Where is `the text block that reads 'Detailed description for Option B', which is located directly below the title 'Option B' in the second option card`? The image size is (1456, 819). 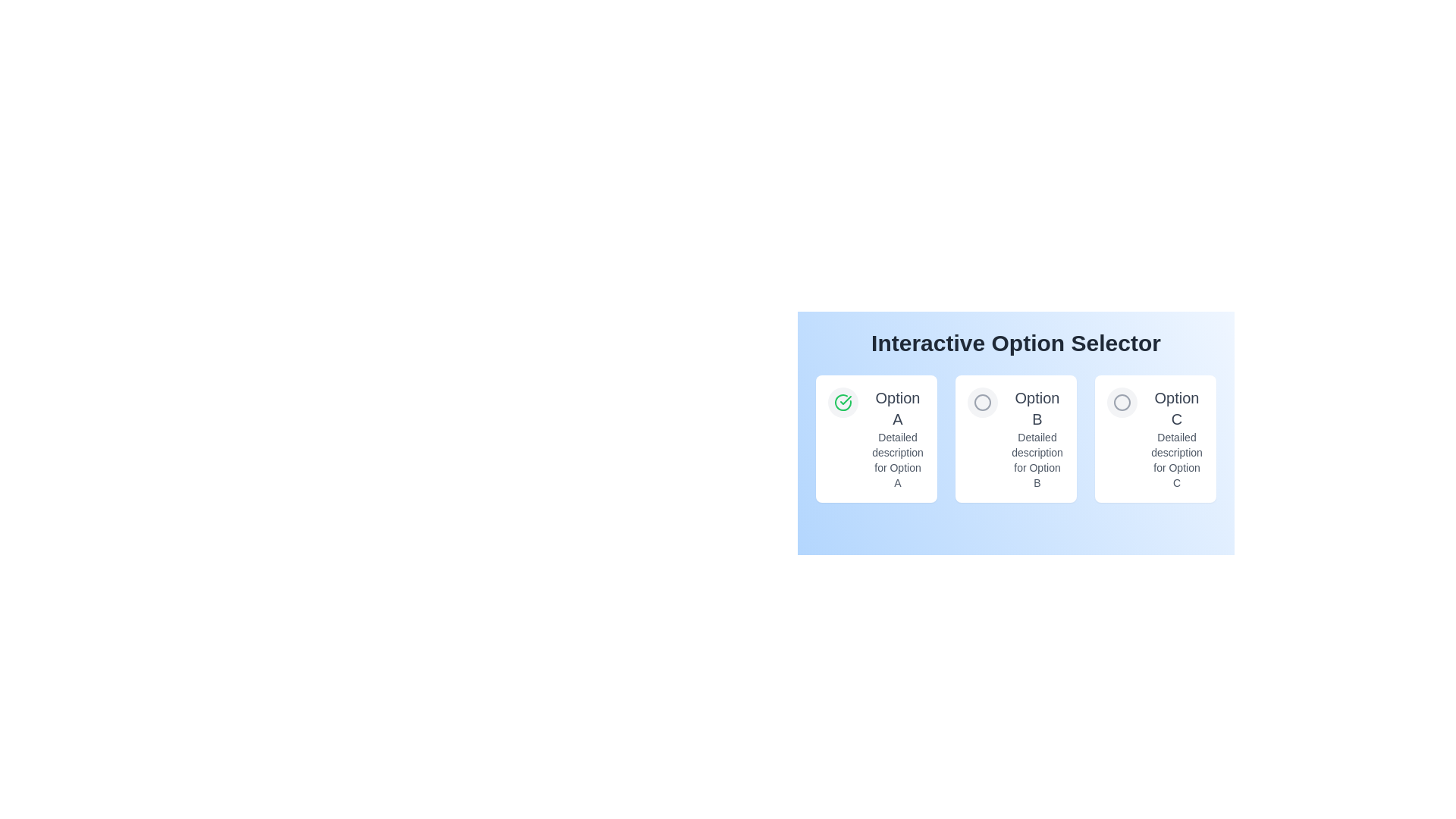 the text block that reads 'Detailed description for Option B', which is located directly below the title 'Option B' in the second option card is located at coordinates (1037, 459).